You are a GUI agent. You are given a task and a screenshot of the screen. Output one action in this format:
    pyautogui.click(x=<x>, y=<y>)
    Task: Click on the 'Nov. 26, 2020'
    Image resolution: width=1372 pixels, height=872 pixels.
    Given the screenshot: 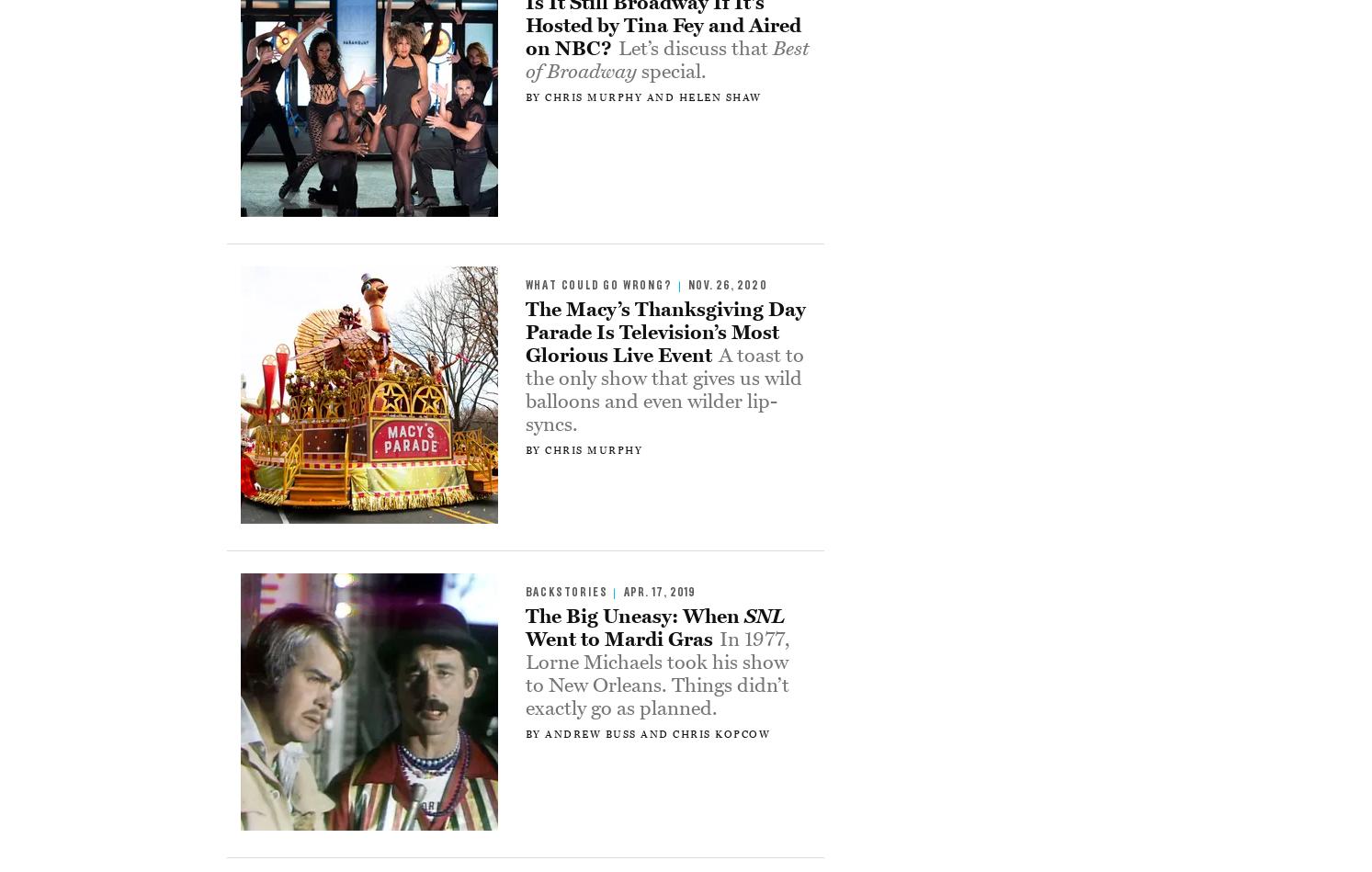 What is the action you would take?
    pyautogui.click(x=727, y=284)
    